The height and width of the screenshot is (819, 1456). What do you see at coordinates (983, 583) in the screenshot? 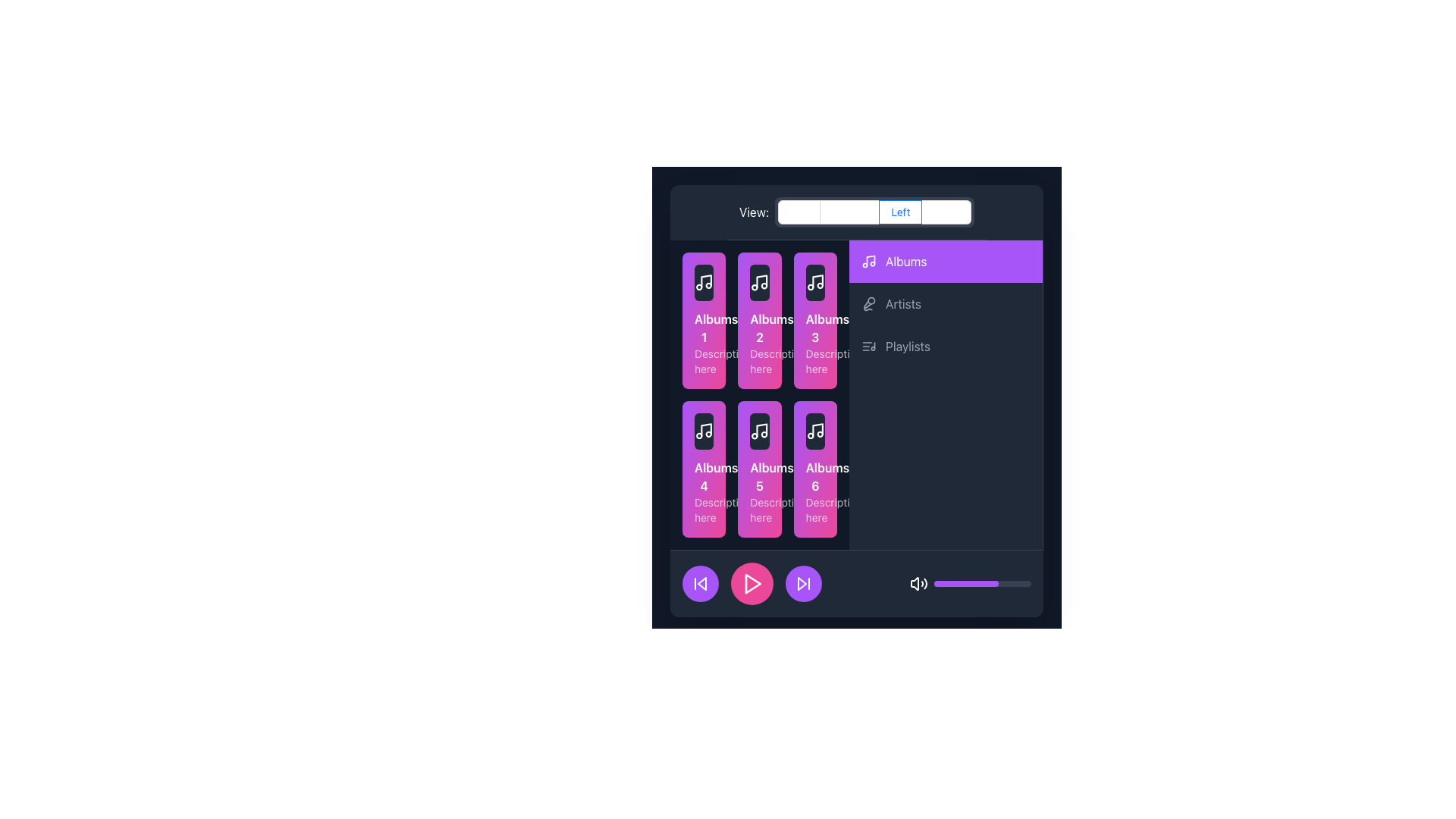
I see `the progress bar by dragging it to adjust the progress, located at the bottom-right corner of the interface, to the immediate right of the volume icon` at bounding box center [983, 583].